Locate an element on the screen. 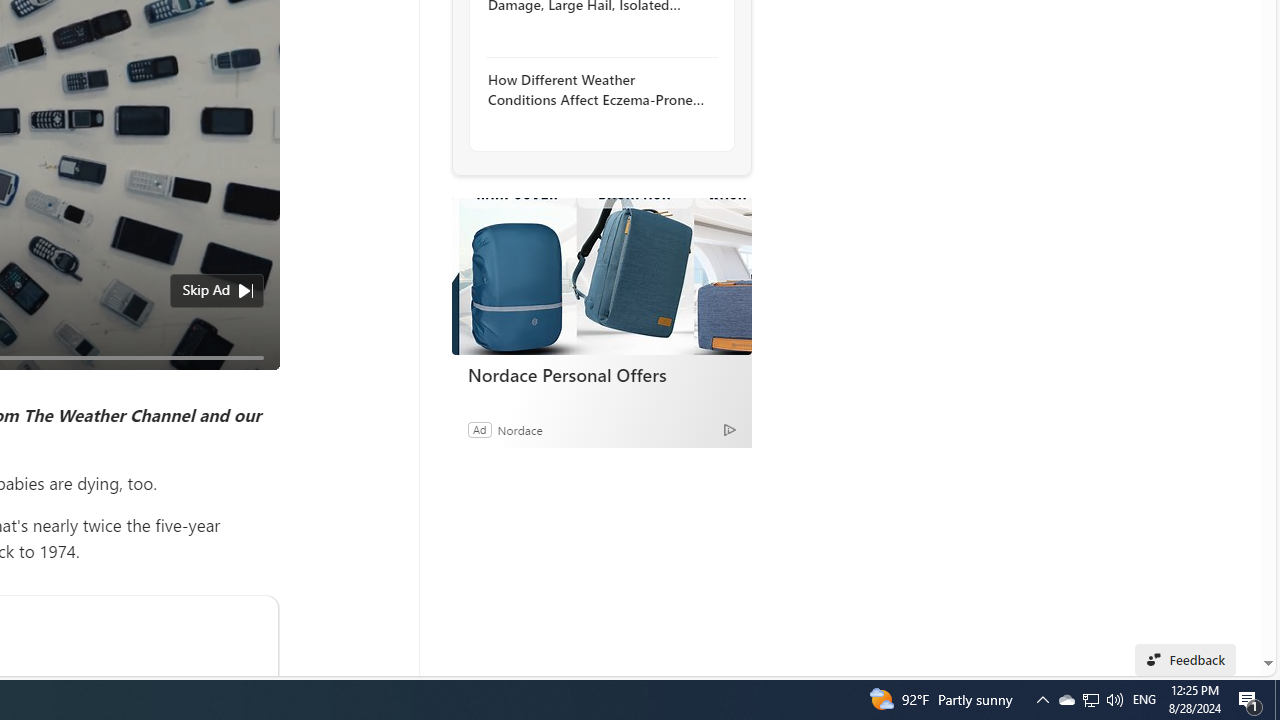  'Nordace Personal Offers' is located at coordinates (600, 276).